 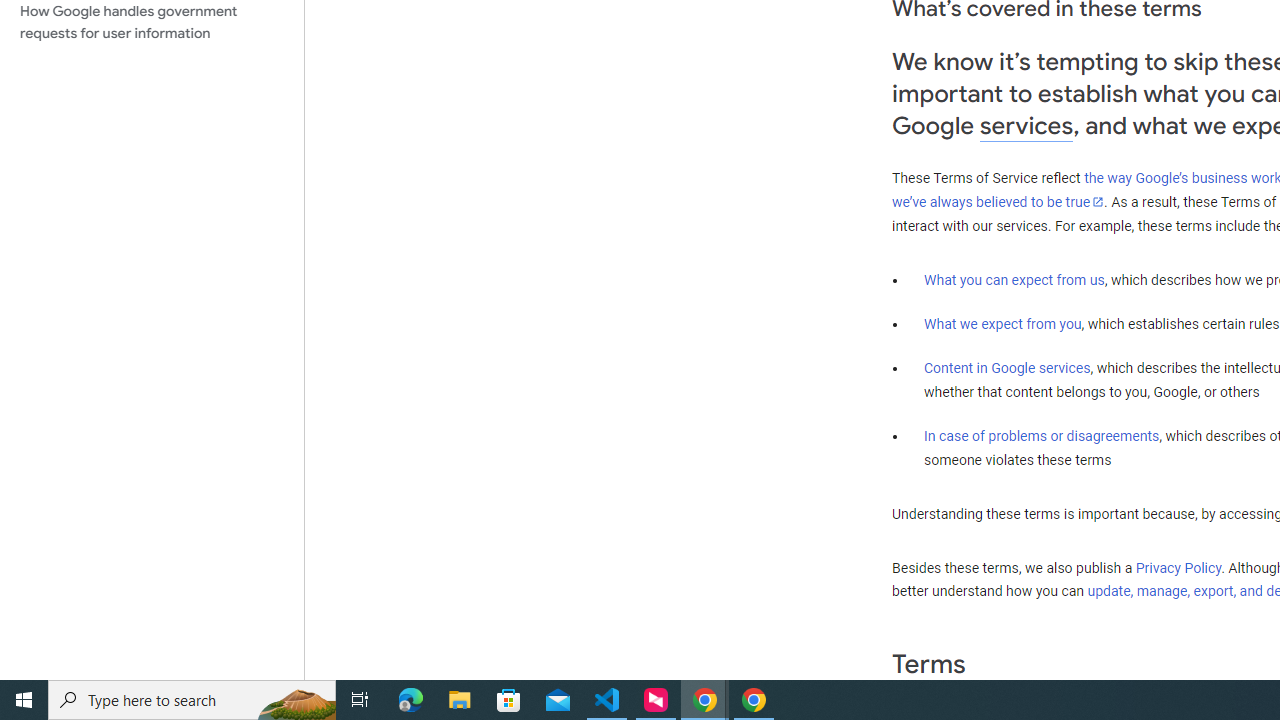 I want to click on 'Content in Google services', so click(x=1007, y=368).